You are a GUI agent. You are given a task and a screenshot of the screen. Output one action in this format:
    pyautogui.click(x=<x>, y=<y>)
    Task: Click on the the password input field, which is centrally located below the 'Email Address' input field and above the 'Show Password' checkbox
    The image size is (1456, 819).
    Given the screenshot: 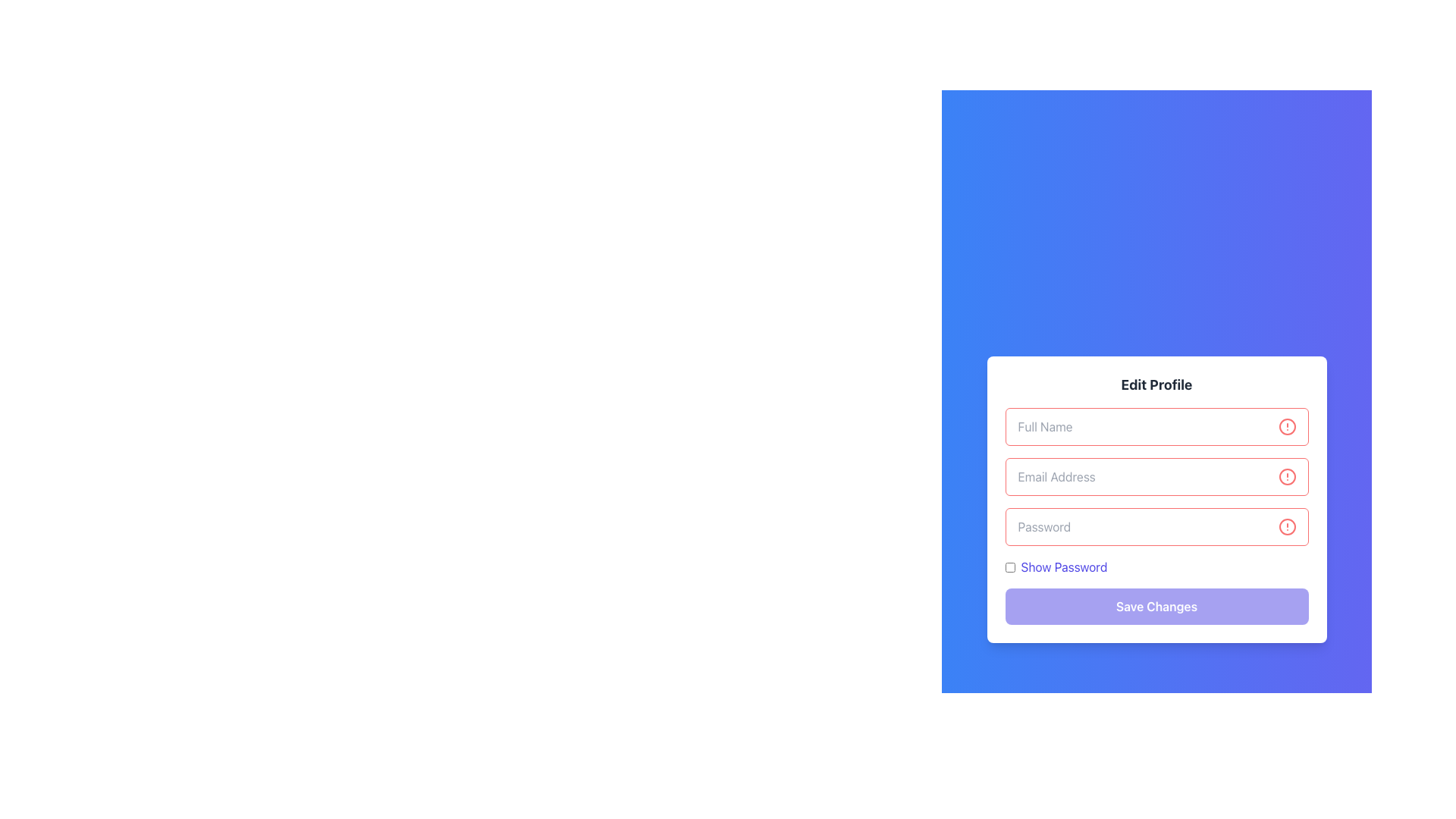 What is the action you would take?
    pyautogui.click(x=1156, y=516)
    